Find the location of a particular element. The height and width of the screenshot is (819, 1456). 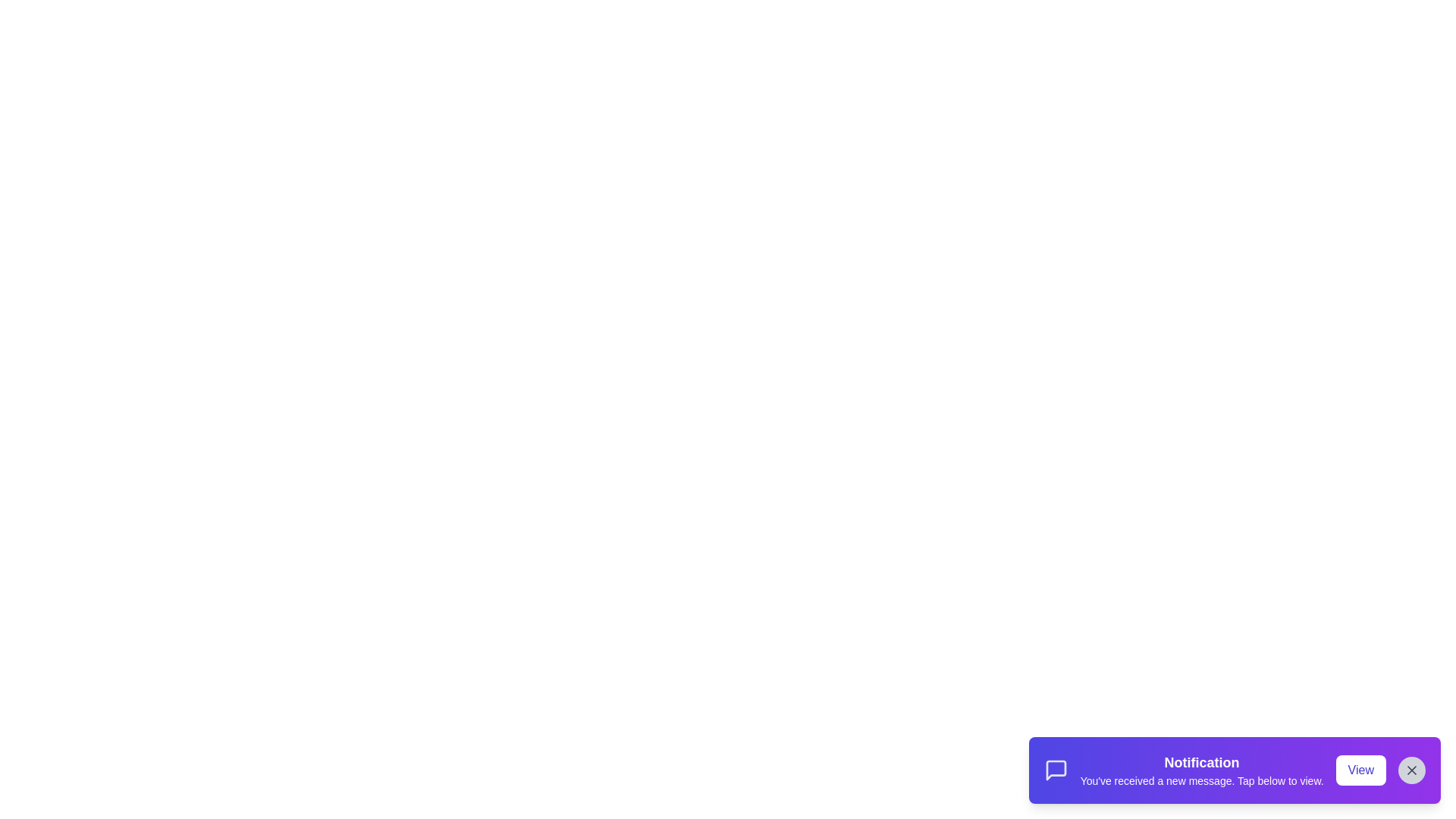

the message square icon on the left of the notification is located at coordinates (1055, 770).